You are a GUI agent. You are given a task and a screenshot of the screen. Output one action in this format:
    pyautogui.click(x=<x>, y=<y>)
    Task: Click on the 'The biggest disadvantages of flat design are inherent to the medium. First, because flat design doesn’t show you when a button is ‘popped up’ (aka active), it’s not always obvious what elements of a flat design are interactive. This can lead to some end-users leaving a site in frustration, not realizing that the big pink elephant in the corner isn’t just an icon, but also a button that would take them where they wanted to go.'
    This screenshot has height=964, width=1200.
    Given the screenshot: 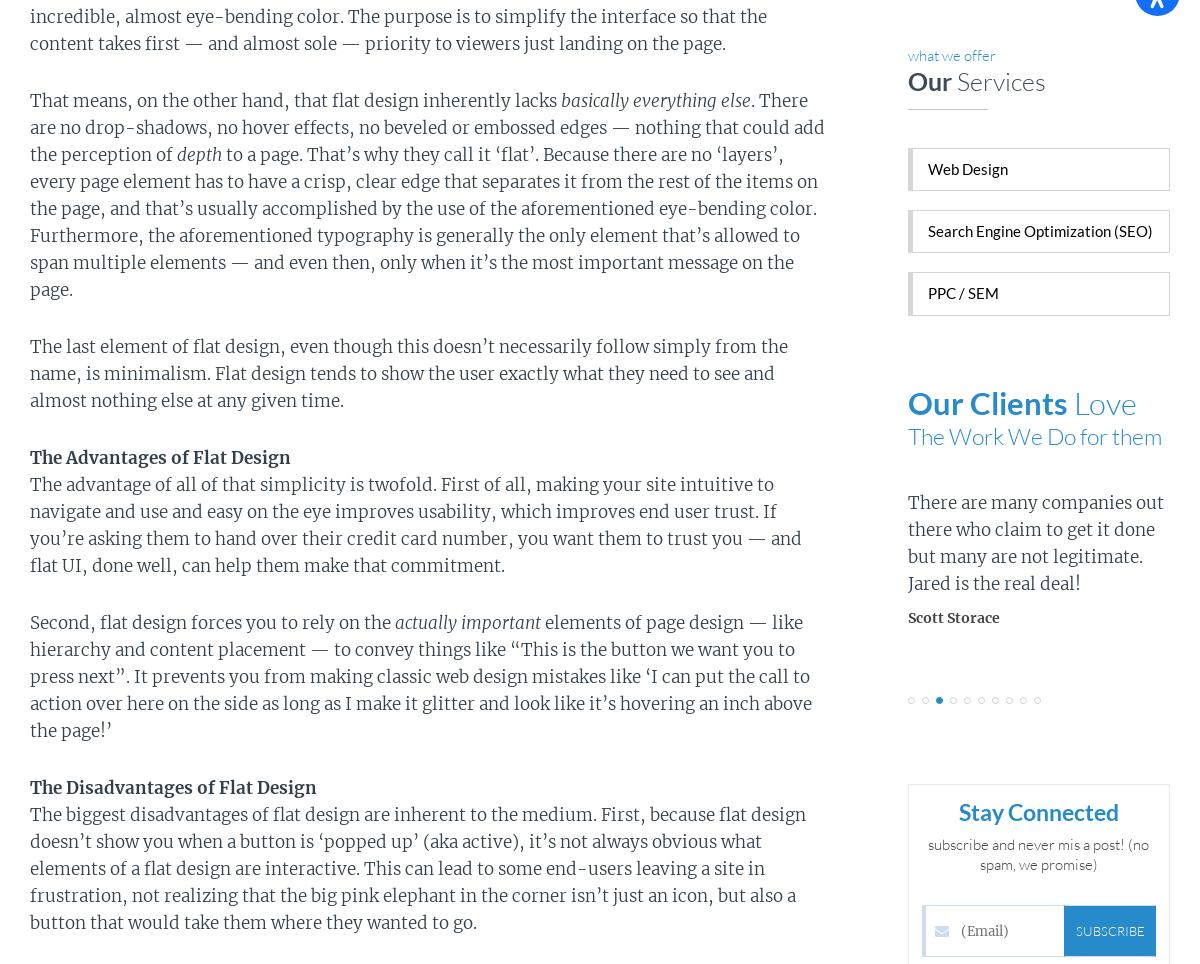 What is the action you would take?
    pyautogui.click(x=30, y=867)
    